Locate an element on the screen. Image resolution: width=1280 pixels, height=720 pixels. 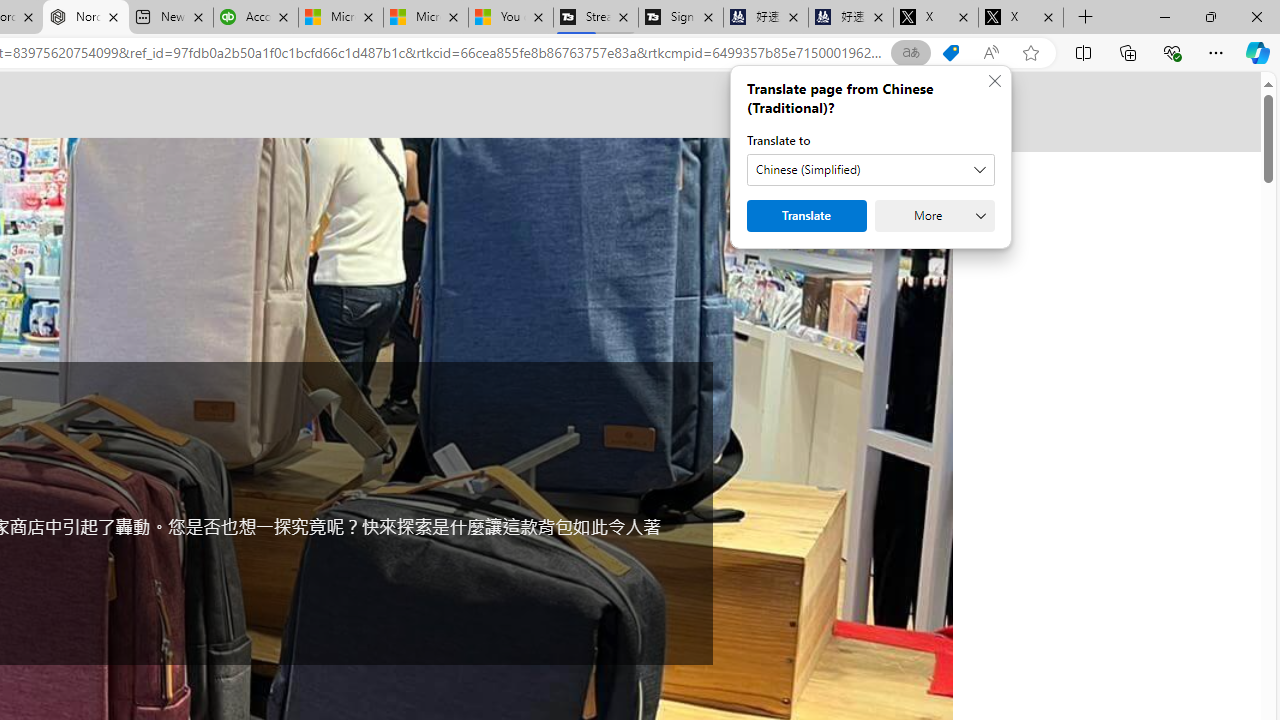
'Streaming Coverage | T3' is located at coordinates (594, 17).